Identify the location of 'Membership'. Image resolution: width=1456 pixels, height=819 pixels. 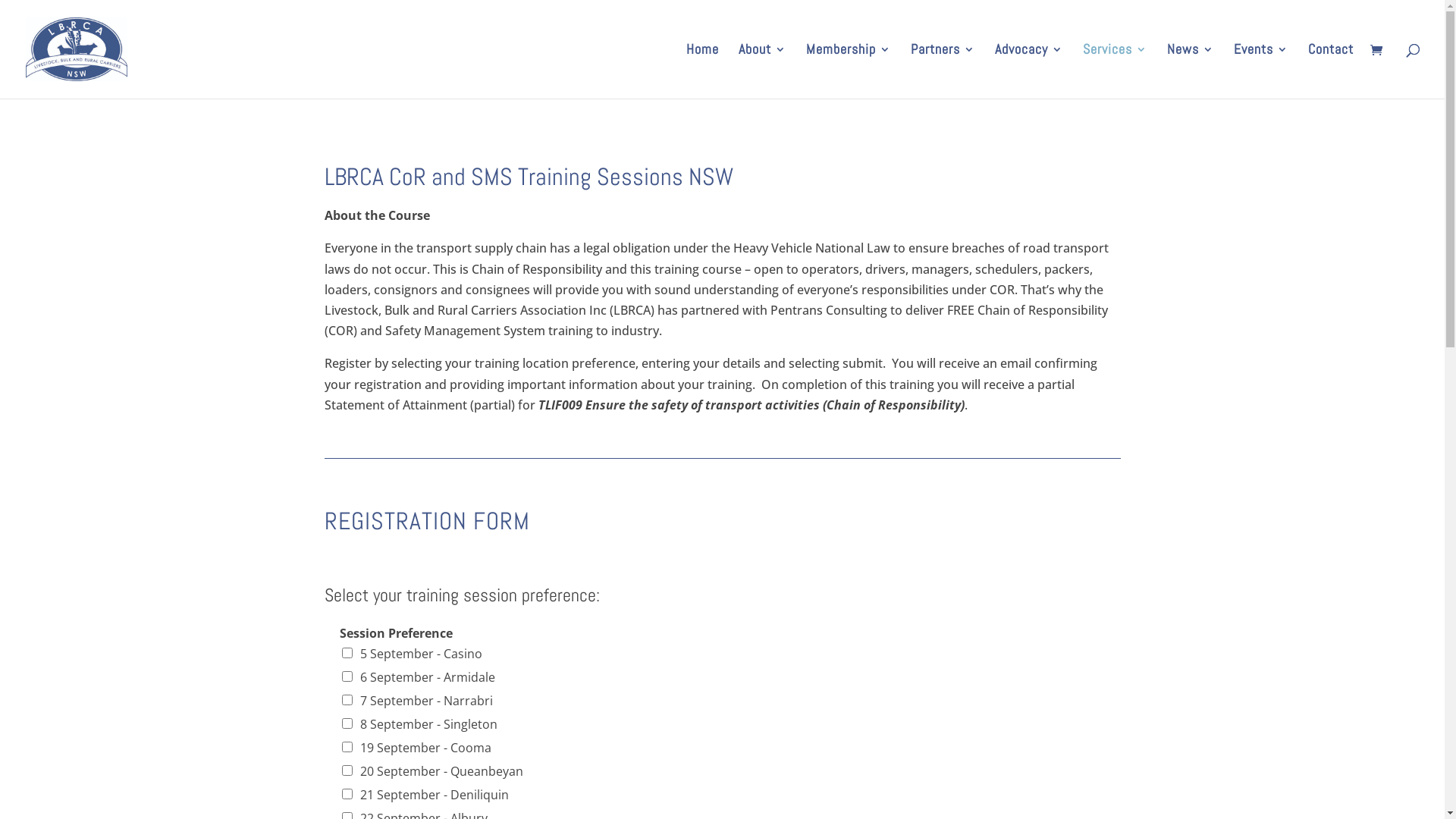
(847, 71).